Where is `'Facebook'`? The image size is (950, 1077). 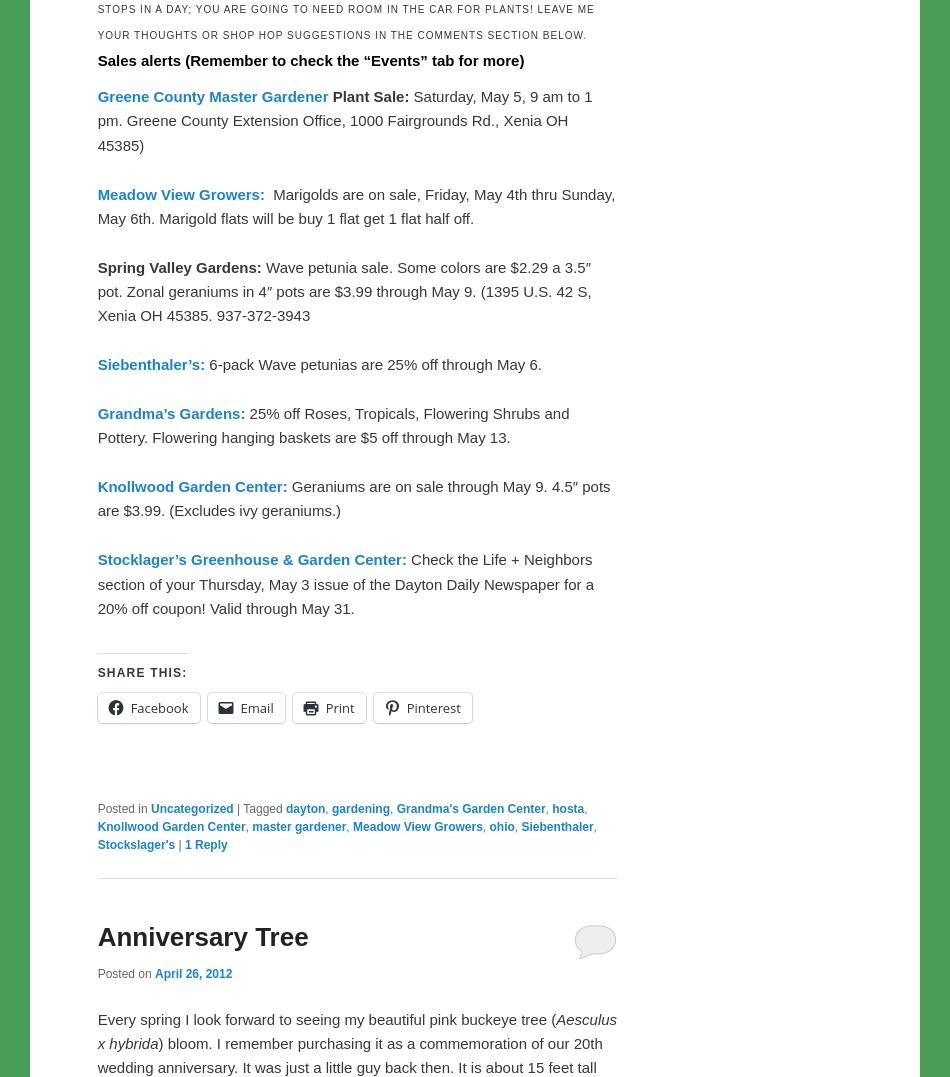 'Facebook' is located at coordinates (159, 707).